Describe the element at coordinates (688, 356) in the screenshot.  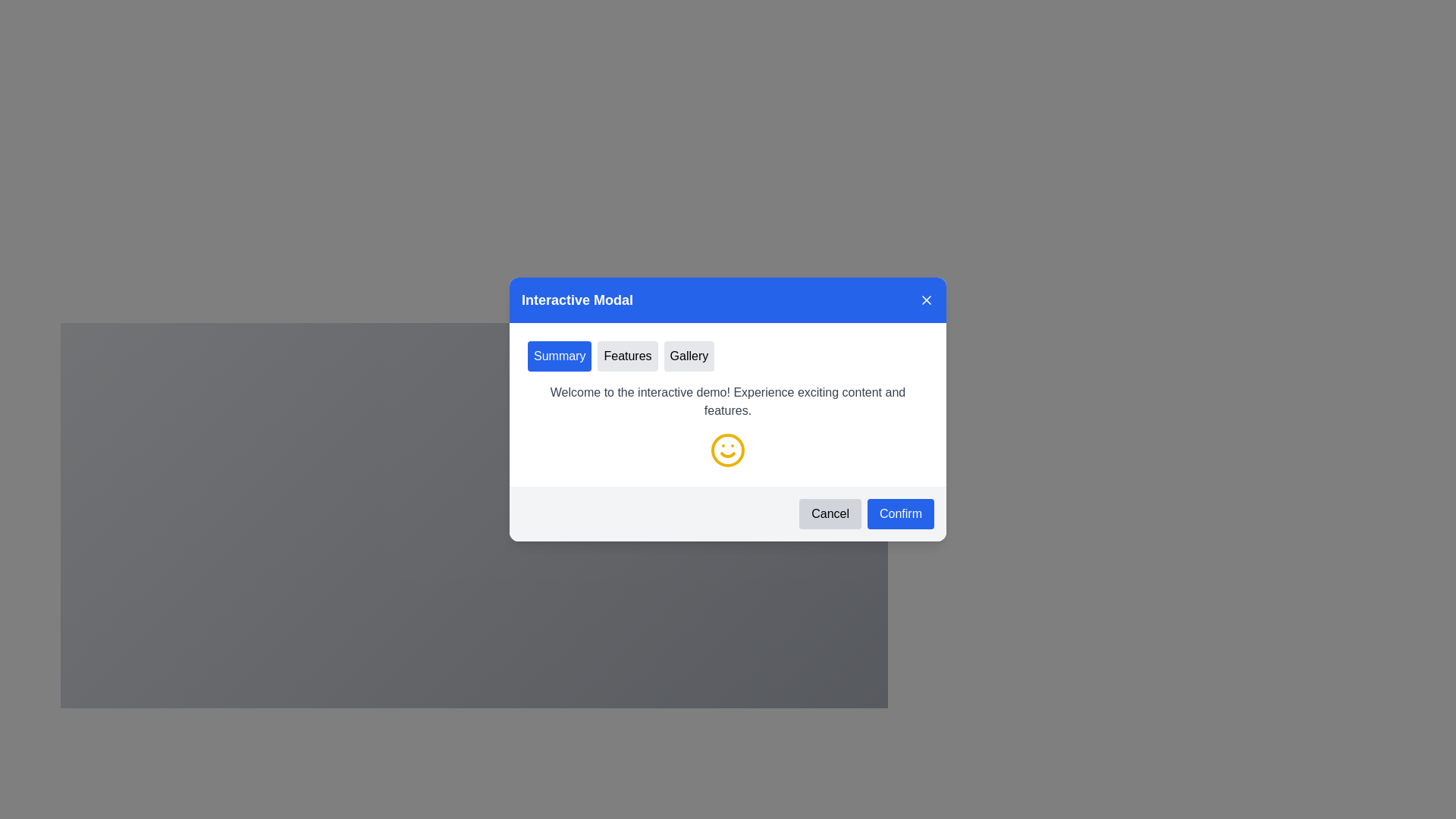
I see `the 'Gallery' button, which is the third button from the left in a modal dialog, to trigger a tooltip or visual effect` at that location.